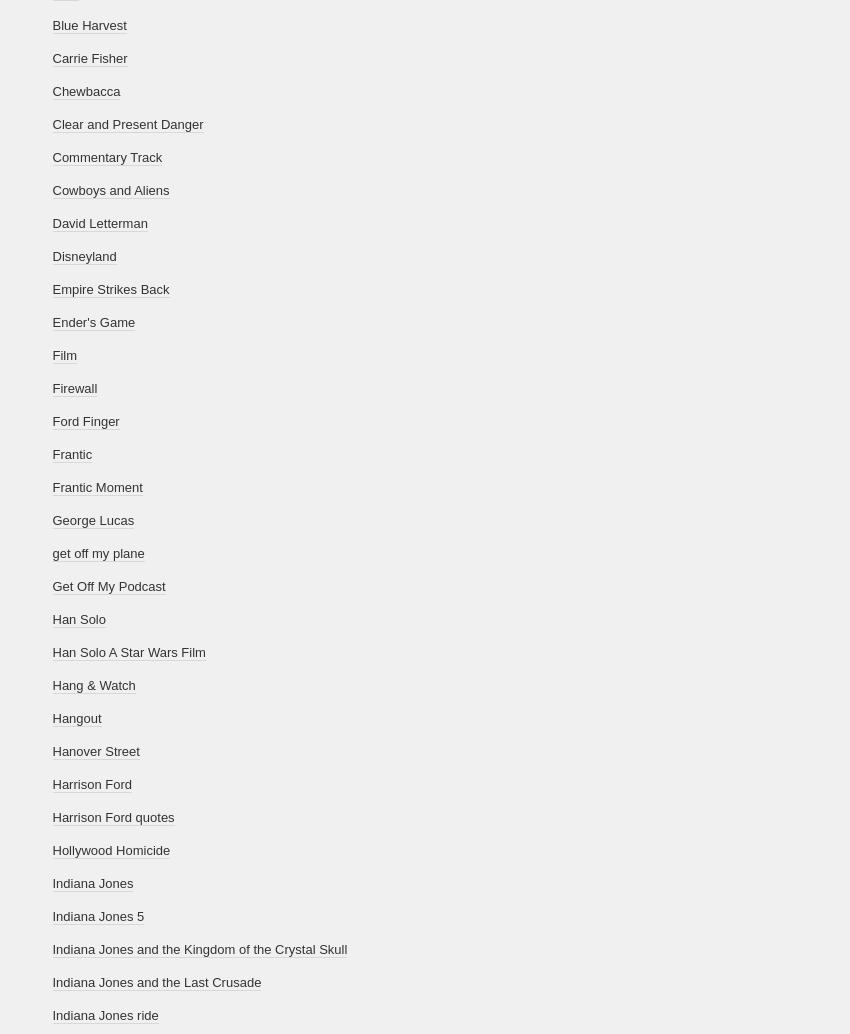 The height and width of the screenshot is (1034, 850). I want to click on 'Ender's Game', so click(52, 321).